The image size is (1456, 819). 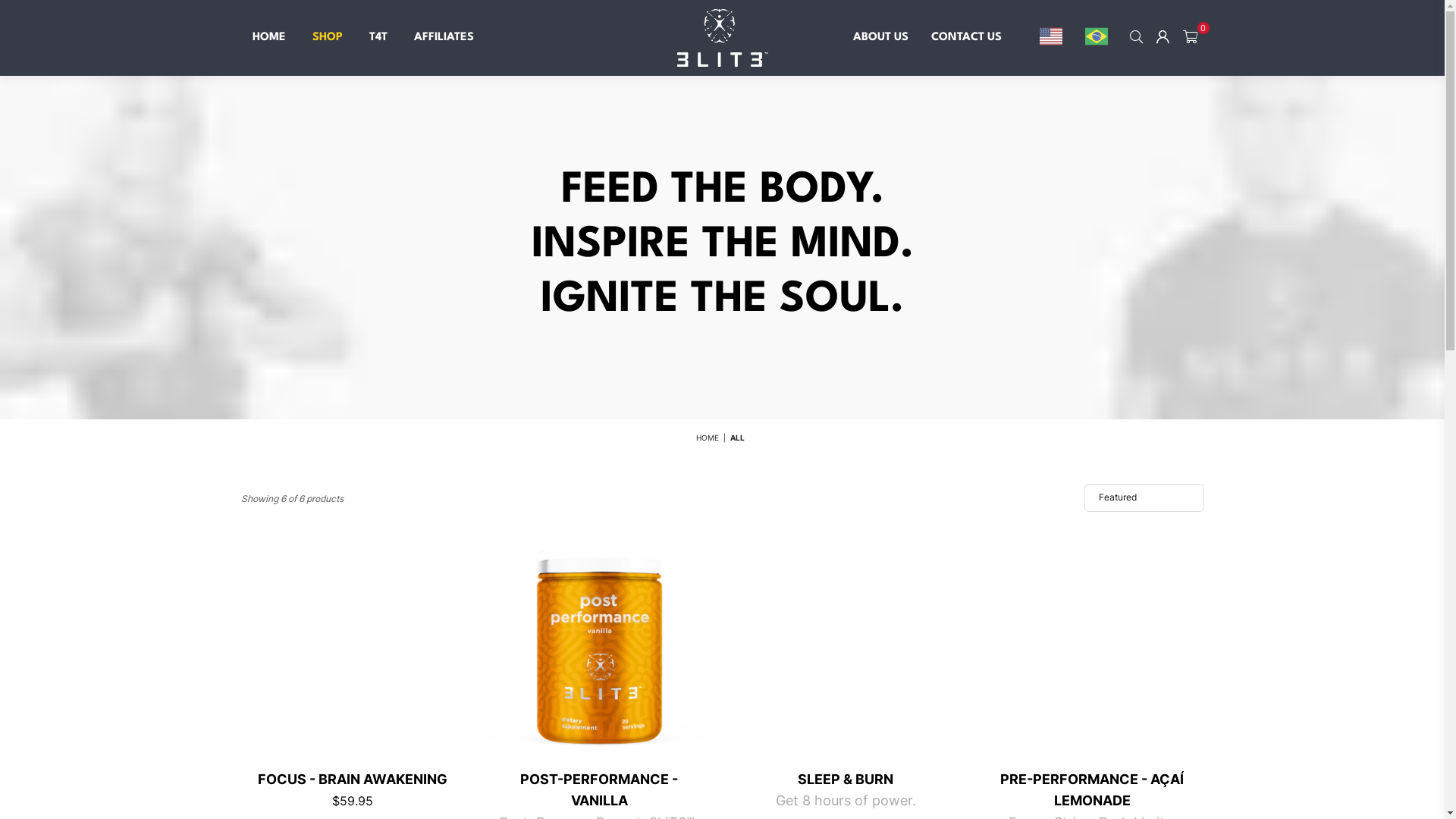 I want to click on 'SHOP', so click(x=326, y=37).